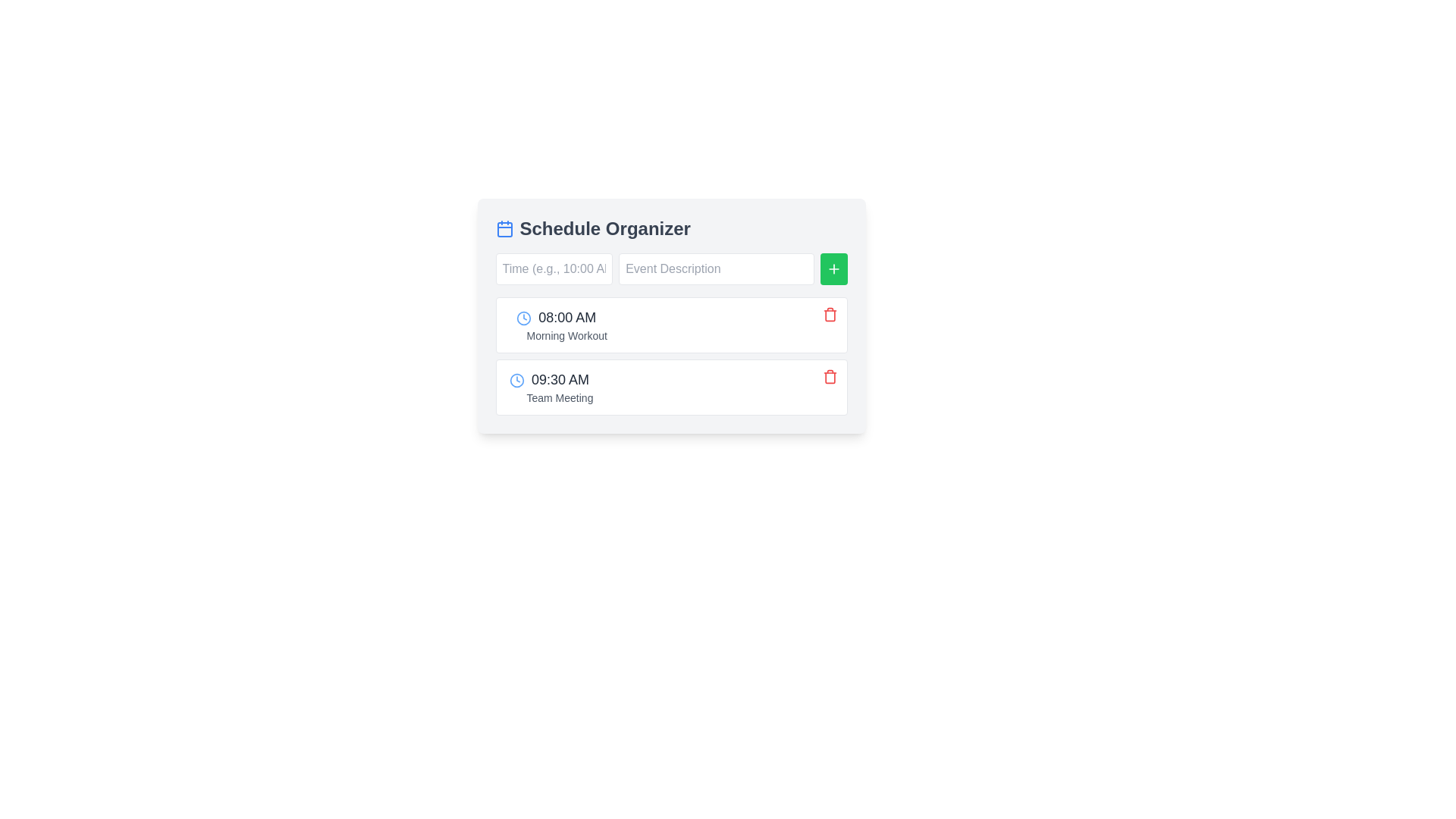 This screenshot has width=1456, height=819. What do you see at coordinates (670, 386) in the screenshot?
I see `the second event entry in the schedule list, which represents the '09:30 AM Team Meeting'` at bounding box center [670, 386].